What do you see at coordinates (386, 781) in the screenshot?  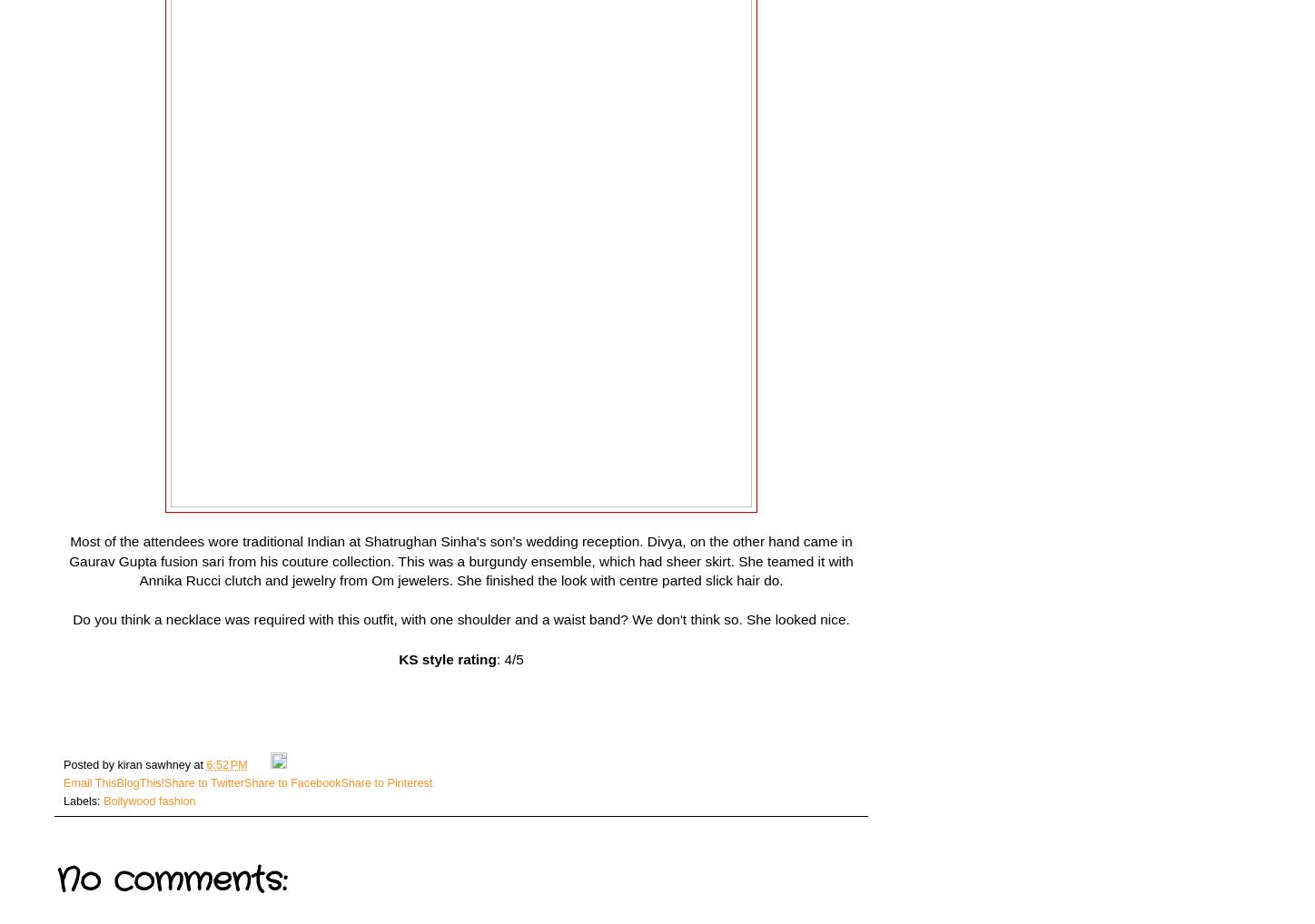 I see `'Share to Pinterest'` at bounding box center [386, 781].